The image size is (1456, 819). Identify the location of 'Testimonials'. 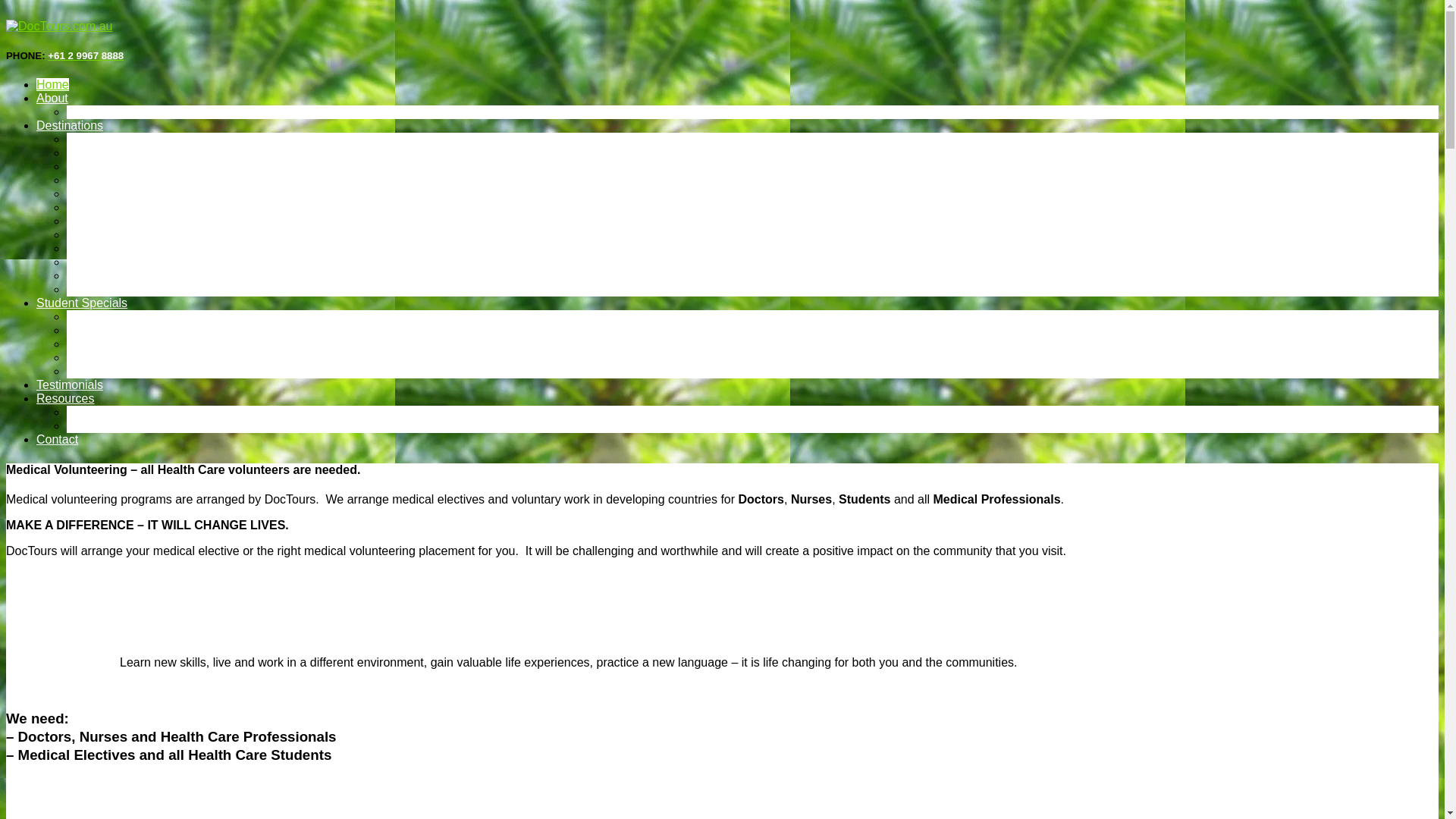
(68, 384).